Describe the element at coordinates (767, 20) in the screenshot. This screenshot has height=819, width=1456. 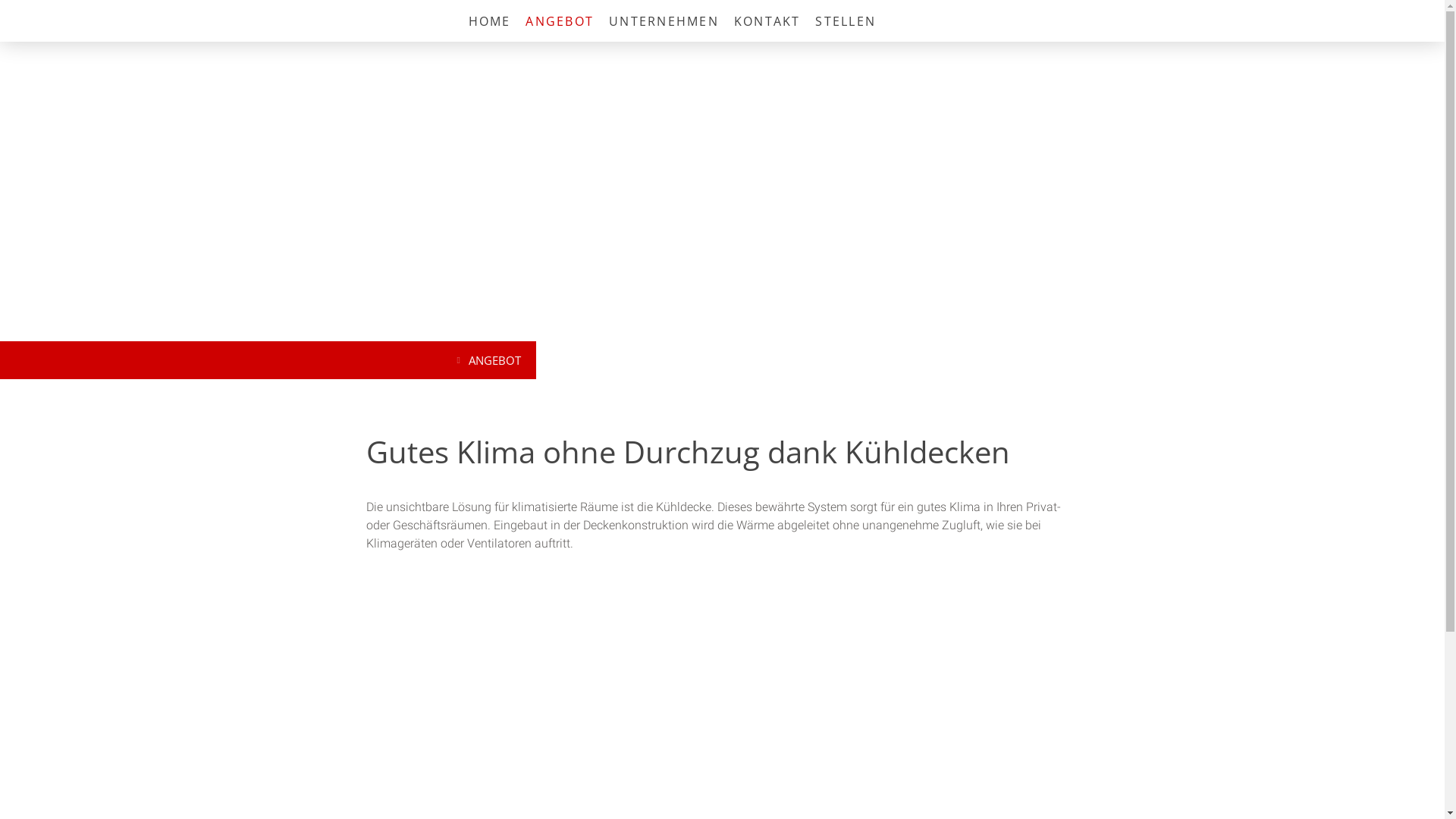
I see `'KONTAKT'` at that location.